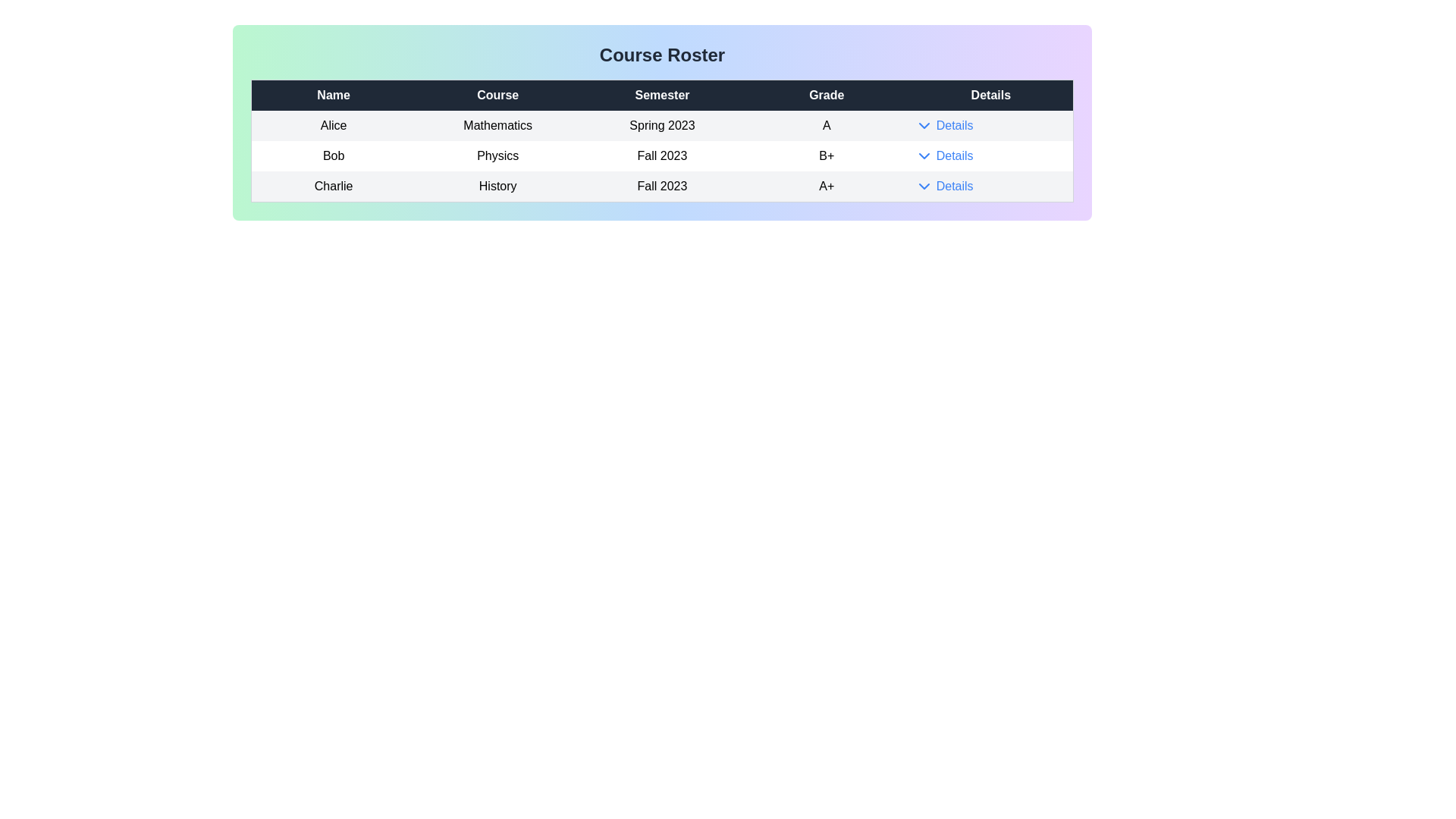  I want to click on the second row in the table that groups data for 'Bob' in the 'Physics' course for the semester 'Fall 2023' with a grade of 'B+', so click(662, 155).